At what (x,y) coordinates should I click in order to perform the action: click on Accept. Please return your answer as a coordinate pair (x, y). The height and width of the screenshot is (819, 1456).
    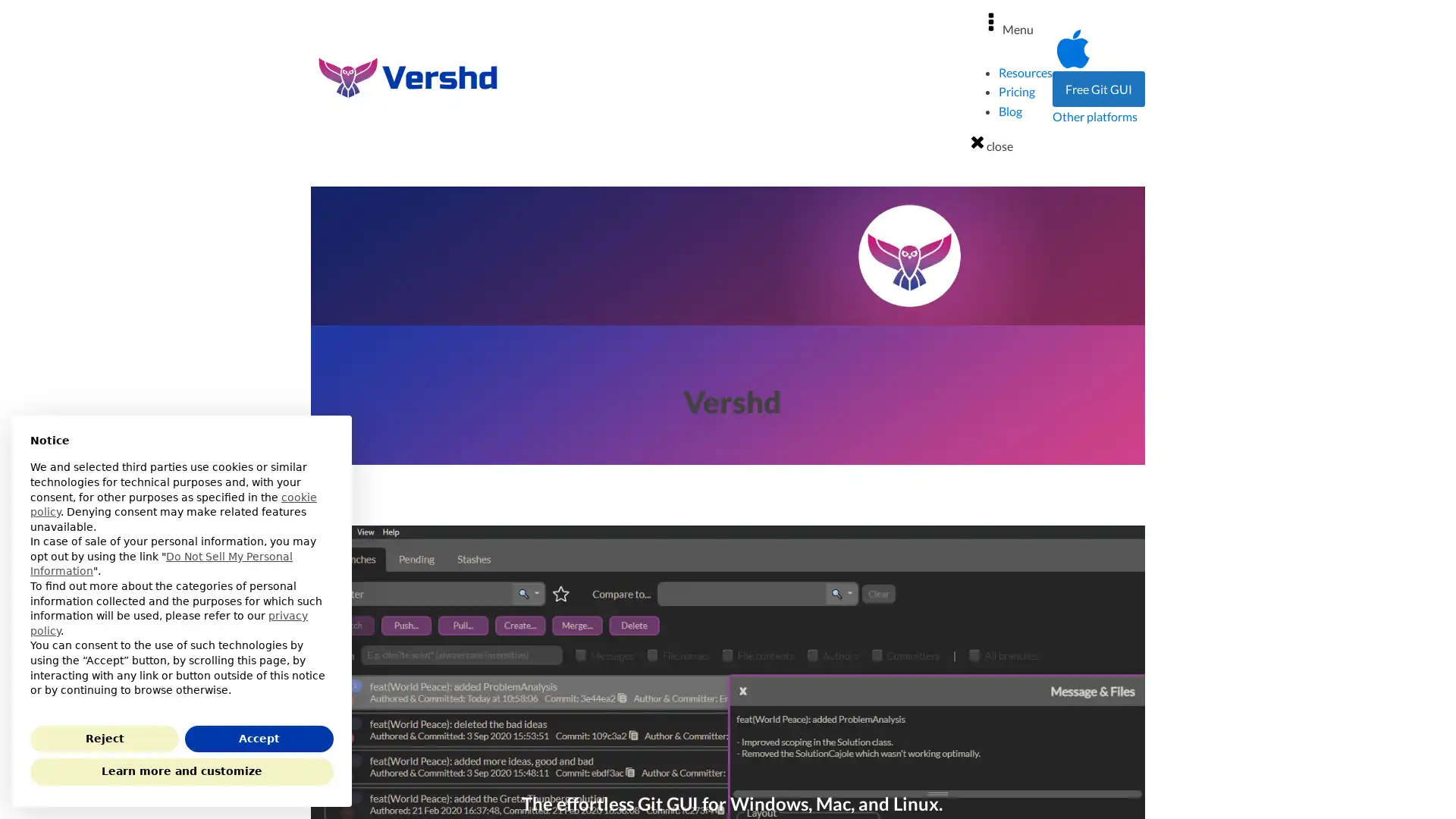
    Looking at the image, I should click on (259, 738).